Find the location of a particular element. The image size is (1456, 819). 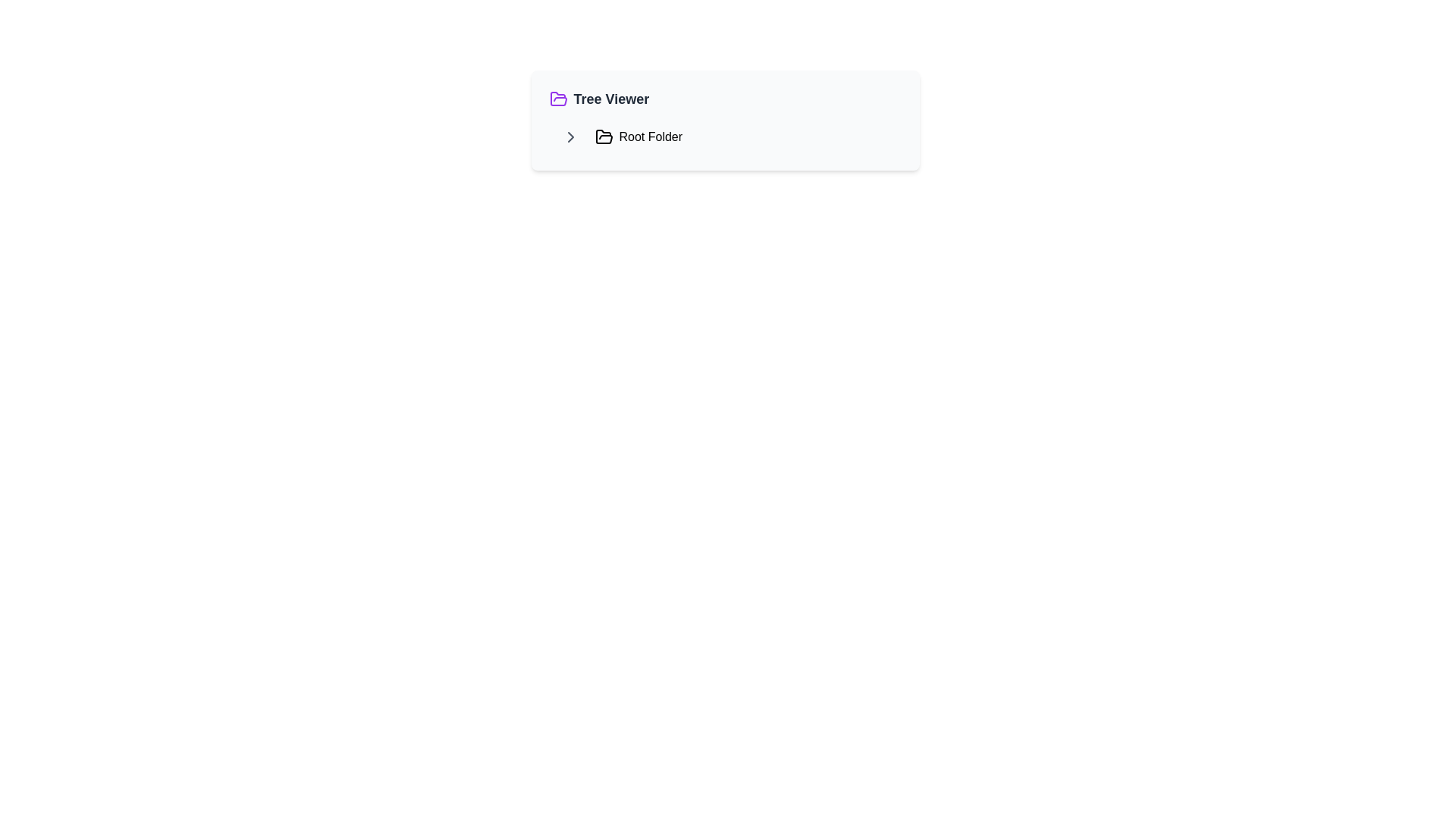

the small, pointed-arrow icon located to the right of the 'Root Folder' label within the folder structure is located at coordinates (570, 137).